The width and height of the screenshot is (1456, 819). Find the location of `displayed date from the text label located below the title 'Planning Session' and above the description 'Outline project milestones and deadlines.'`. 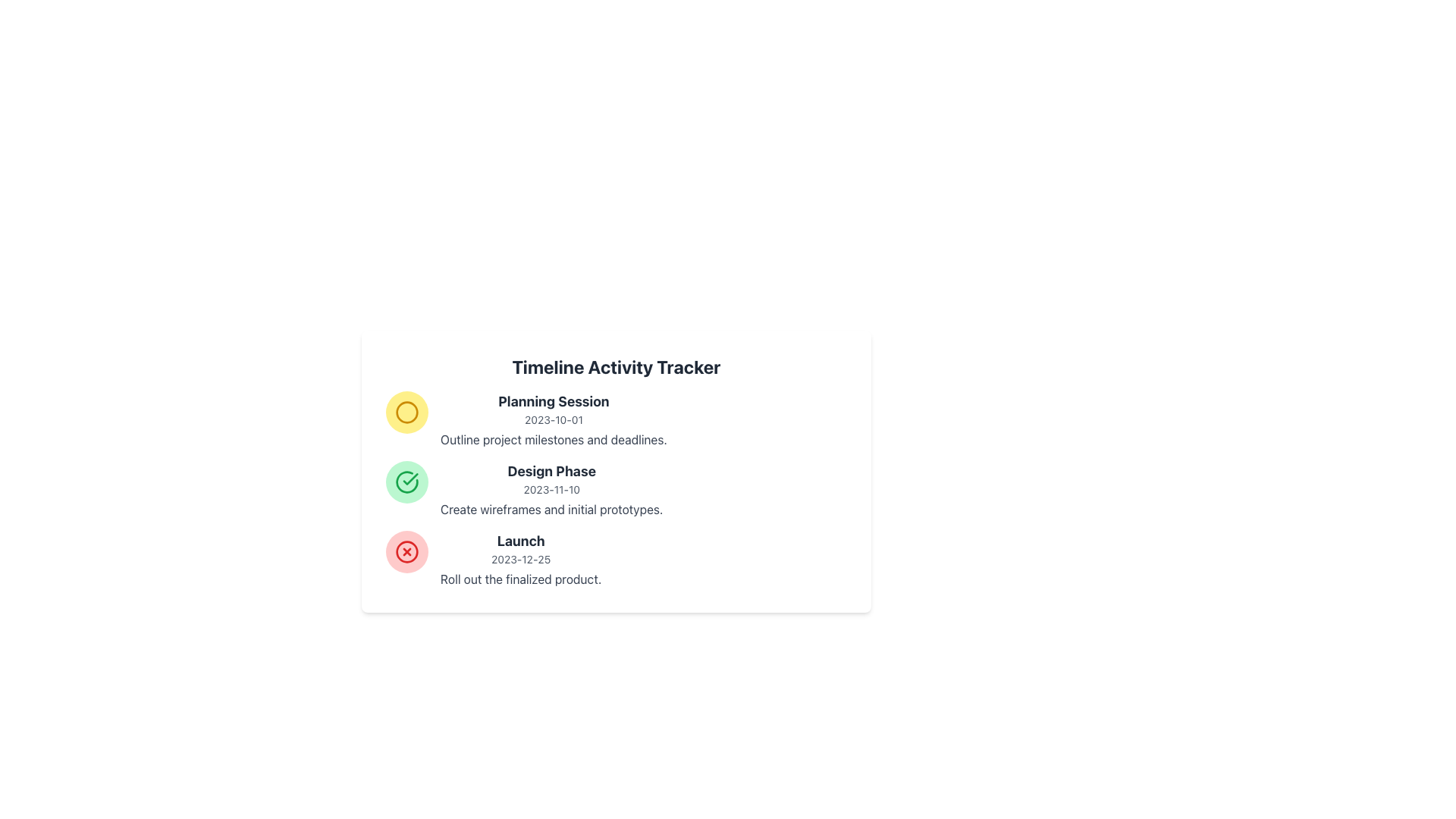

displayed date from the text label located below the title 'Planning Session' and above the description 'Outline project milestones and deadlines.' is located at coordinates (553, 420).